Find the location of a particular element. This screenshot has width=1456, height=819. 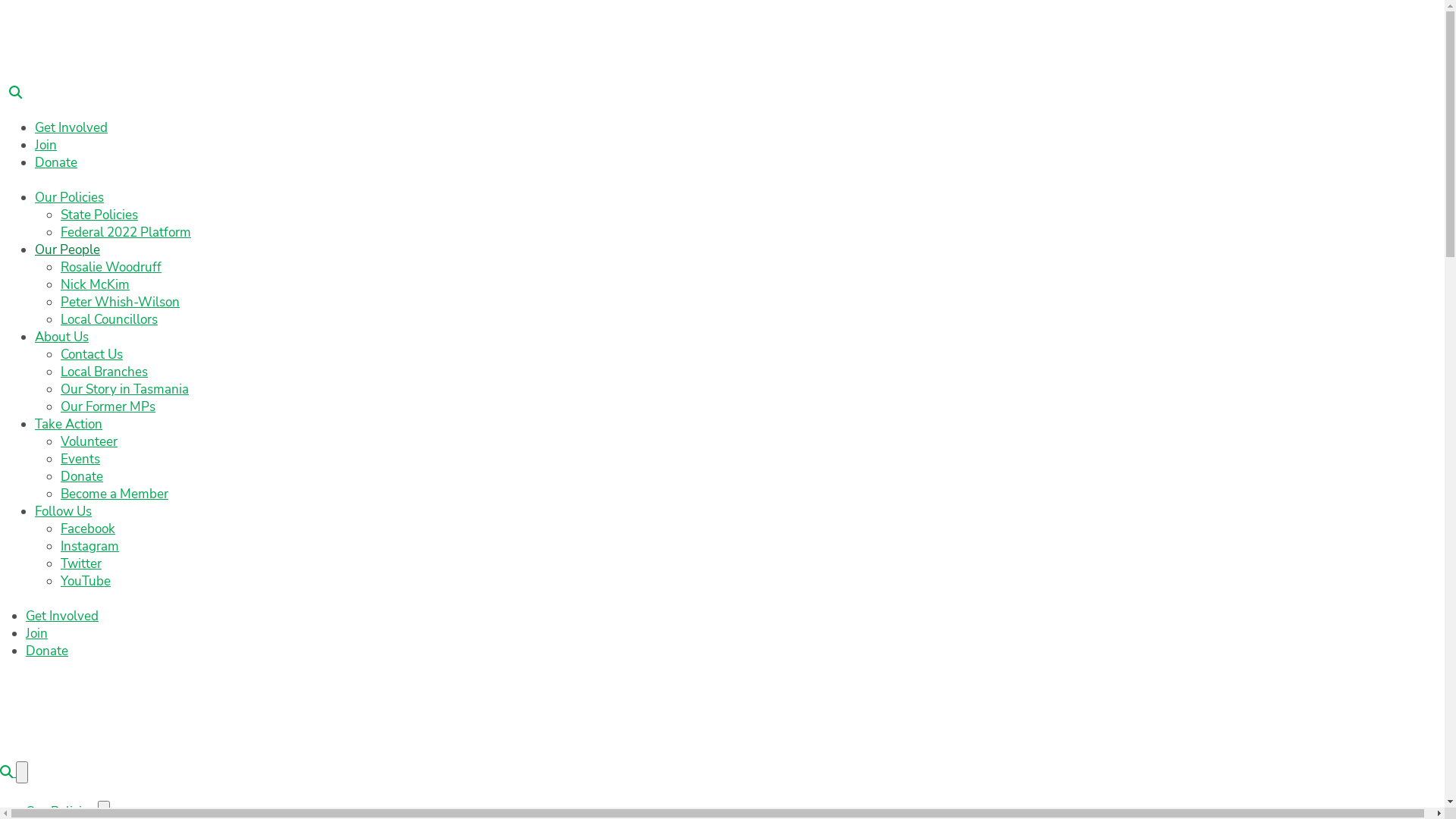

'Nick McKim' is located at coordinates (94, 284).